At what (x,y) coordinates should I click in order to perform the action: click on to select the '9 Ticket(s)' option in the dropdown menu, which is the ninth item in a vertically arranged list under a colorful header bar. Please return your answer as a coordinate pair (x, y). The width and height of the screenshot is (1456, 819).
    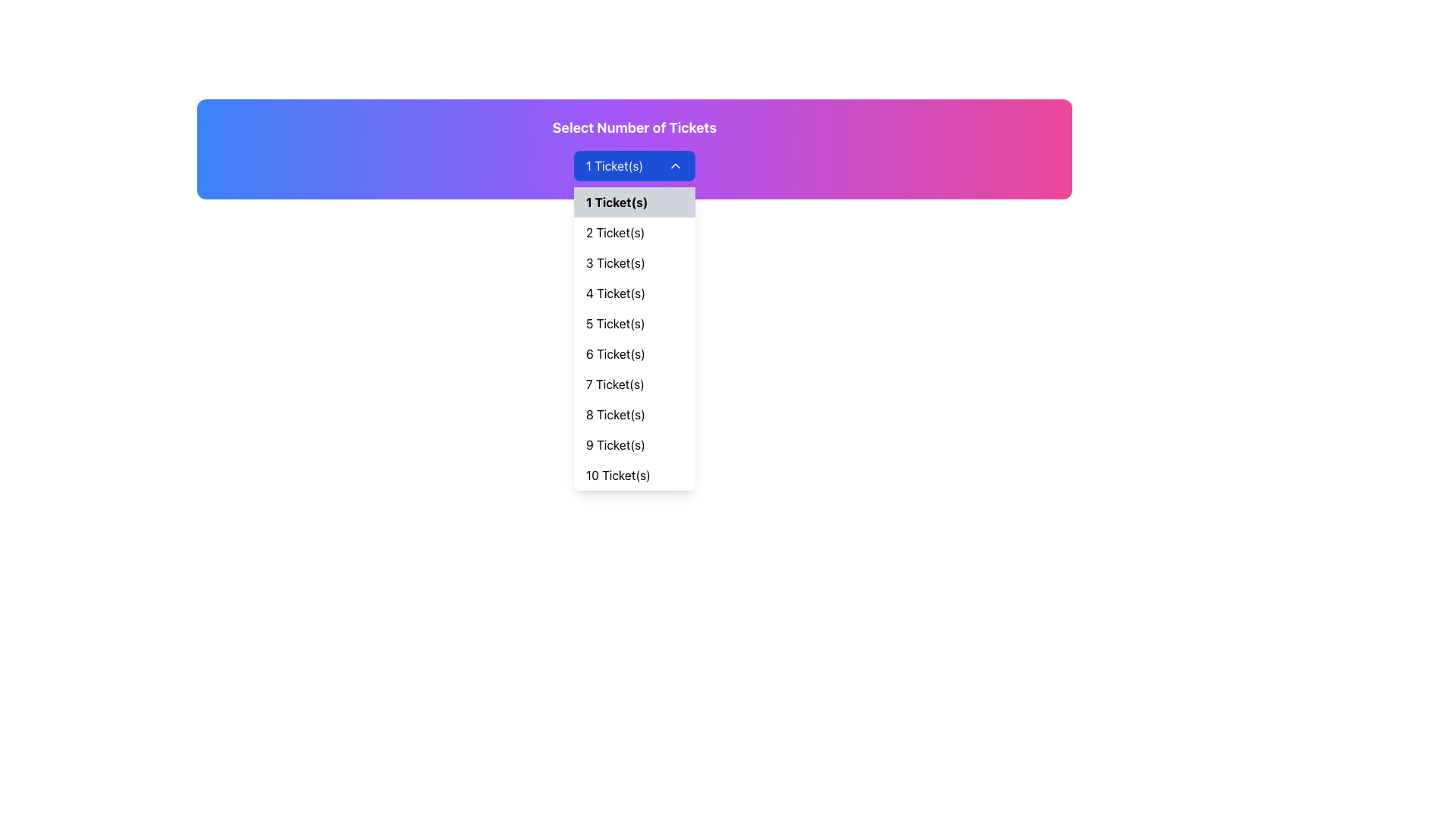
    Looking at the image, I should click on (634, 444).